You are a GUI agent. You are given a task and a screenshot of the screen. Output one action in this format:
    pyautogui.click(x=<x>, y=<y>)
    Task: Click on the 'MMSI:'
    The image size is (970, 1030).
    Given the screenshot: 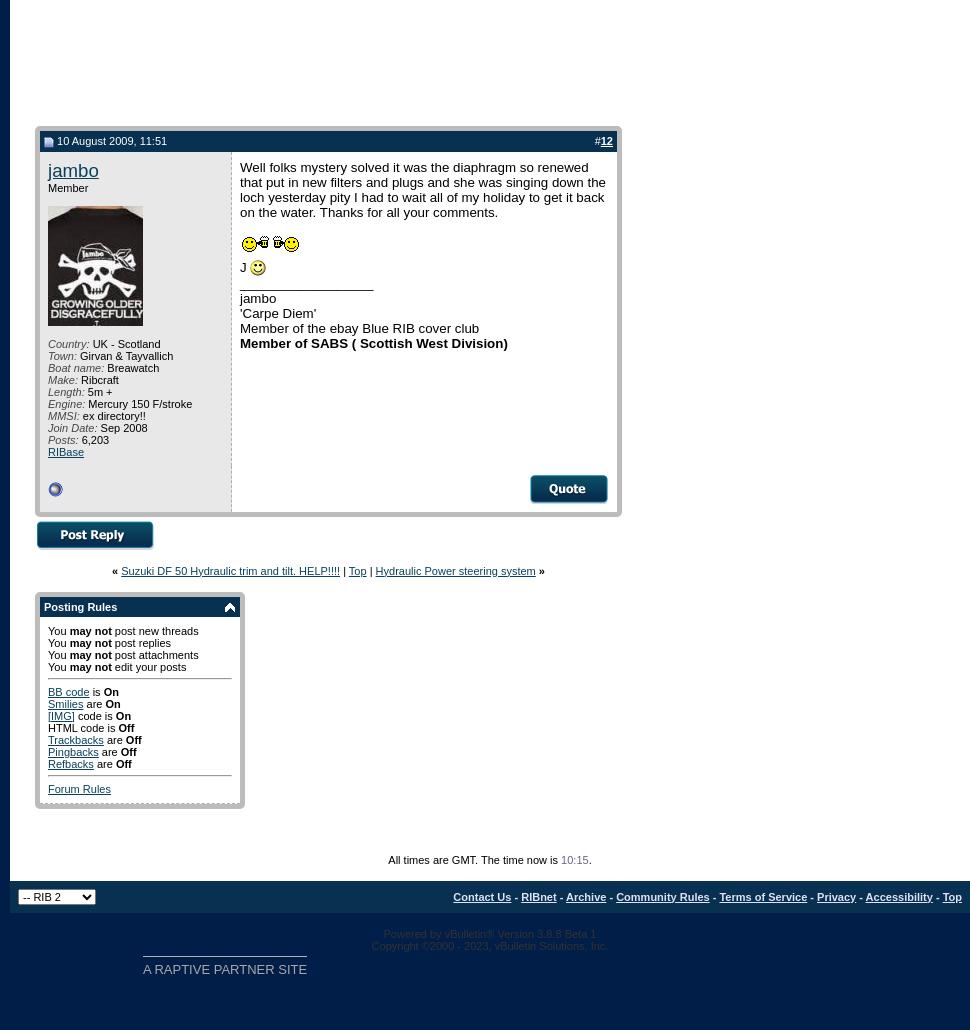 What is the action you would take?
    pyautogui.click(x=48, y=414)
    